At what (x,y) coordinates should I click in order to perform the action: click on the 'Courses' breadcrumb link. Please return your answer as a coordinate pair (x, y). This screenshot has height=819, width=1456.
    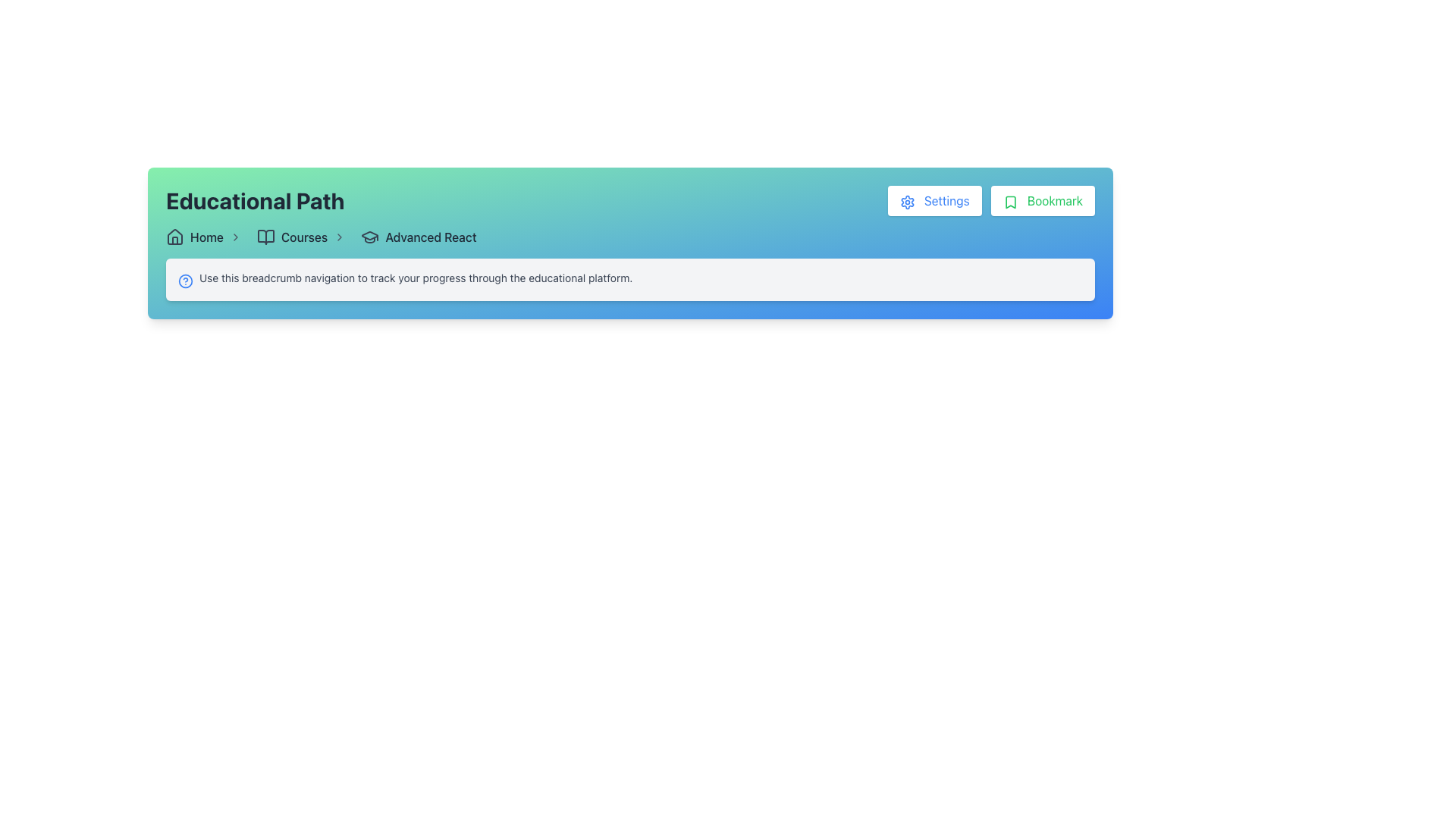
    Looking at the image, I should click on (320, 237).